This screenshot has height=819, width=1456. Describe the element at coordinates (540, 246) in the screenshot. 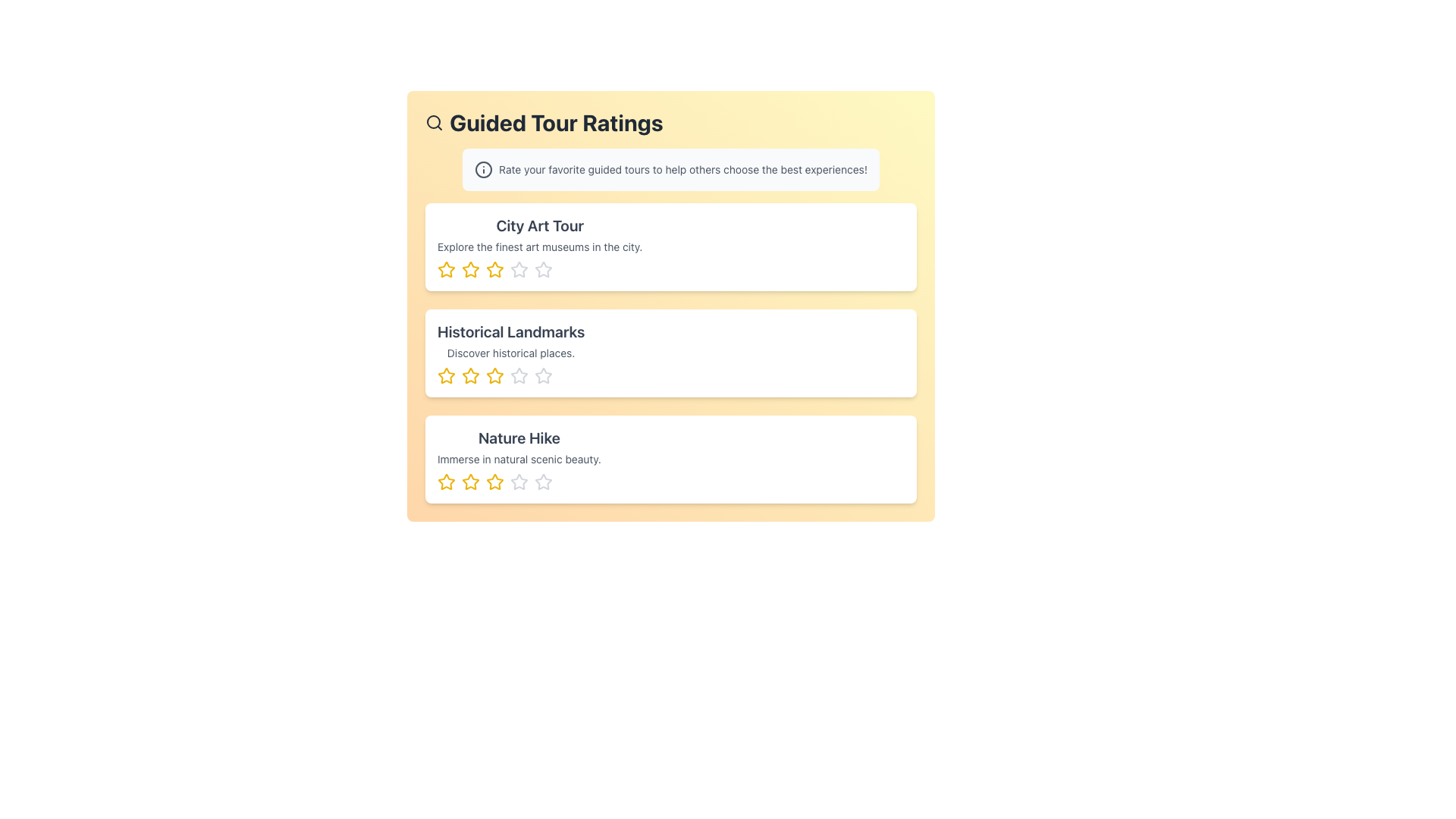

I see `title 'City Art Tour' from the Composite element located in the first item of the list under 'Guided Tour Ratings'` at that location.